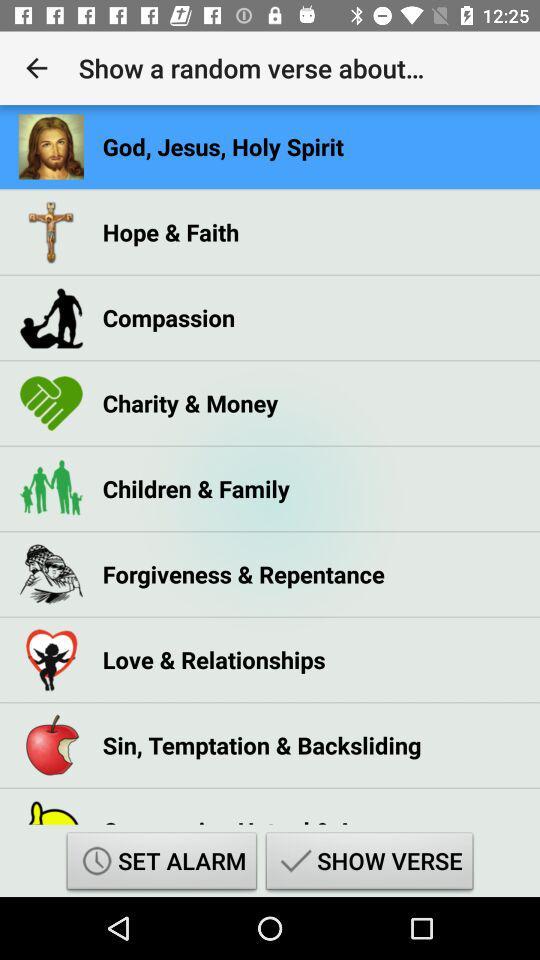 The image size is (540, 960). Describe the element at coordinates (222, 145) in the screenshot. I see `the icon below the show a random app` at that location.